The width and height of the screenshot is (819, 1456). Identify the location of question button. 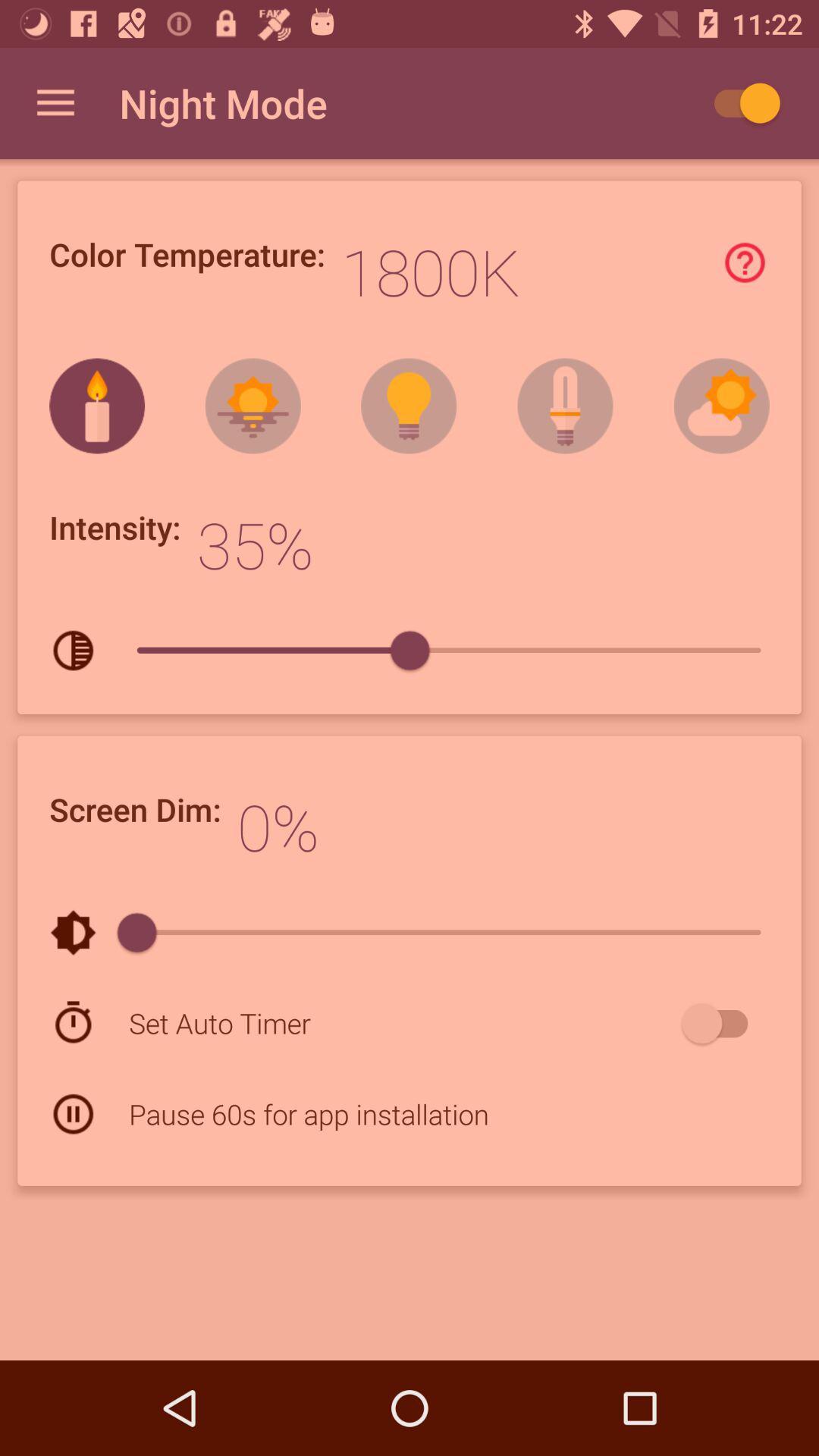
(744, 262).